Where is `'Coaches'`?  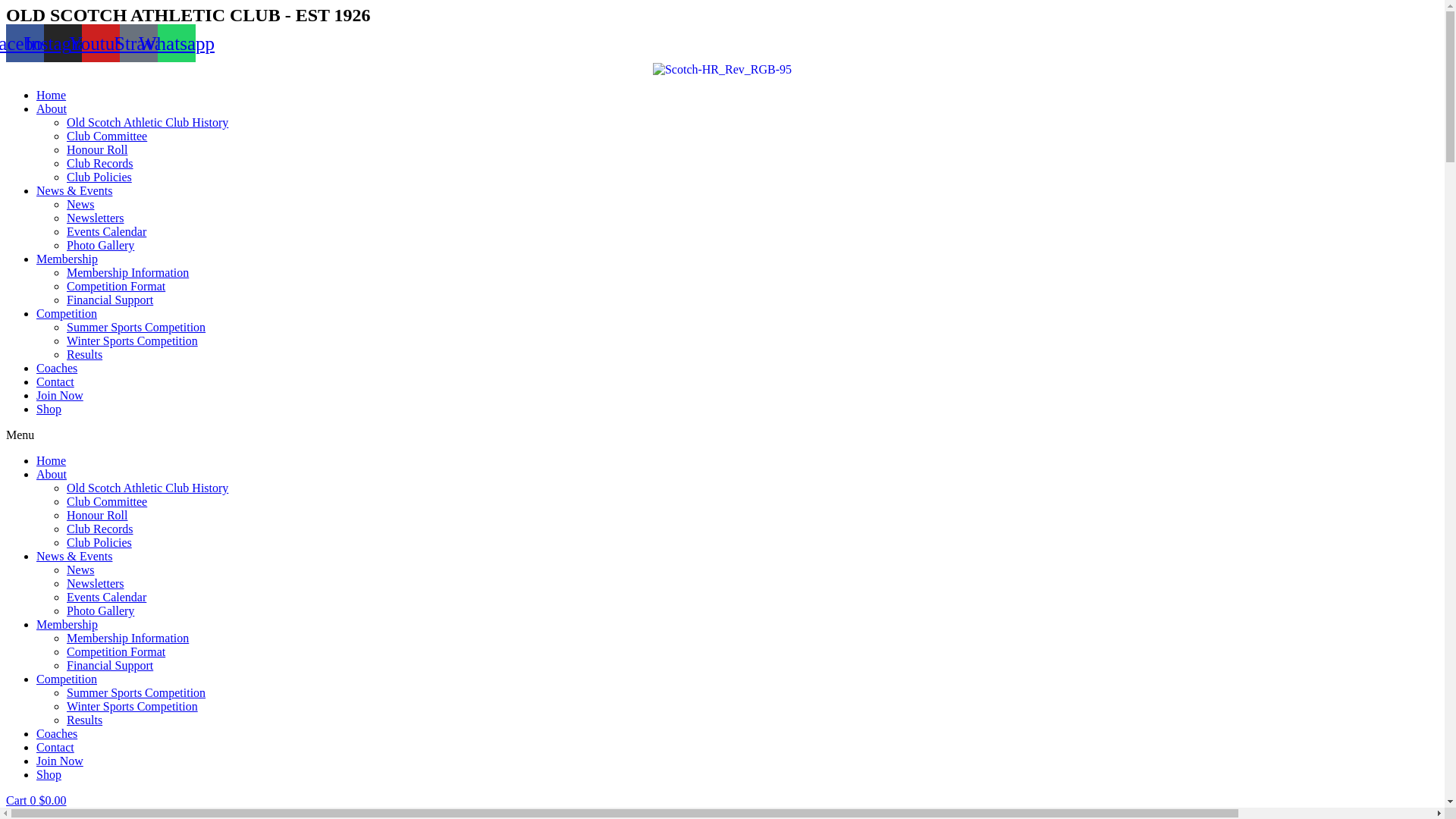
'Coaches' is located at coordinates (57, 368).